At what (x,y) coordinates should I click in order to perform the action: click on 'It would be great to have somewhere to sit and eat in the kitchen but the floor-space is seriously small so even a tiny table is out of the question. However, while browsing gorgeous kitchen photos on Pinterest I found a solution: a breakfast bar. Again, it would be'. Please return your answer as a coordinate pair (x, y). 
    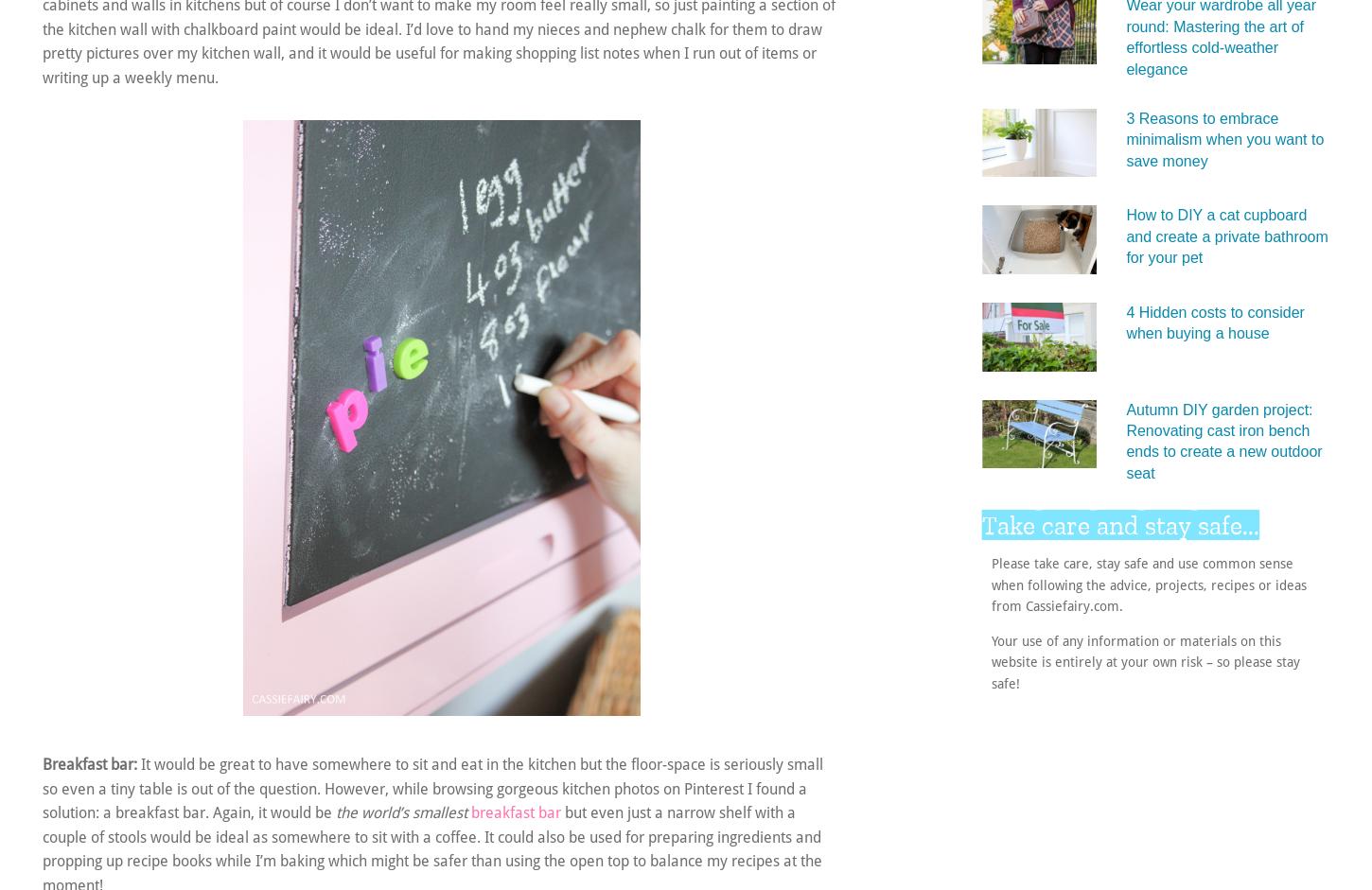
    Looking at the image, I should click on (42, 787).